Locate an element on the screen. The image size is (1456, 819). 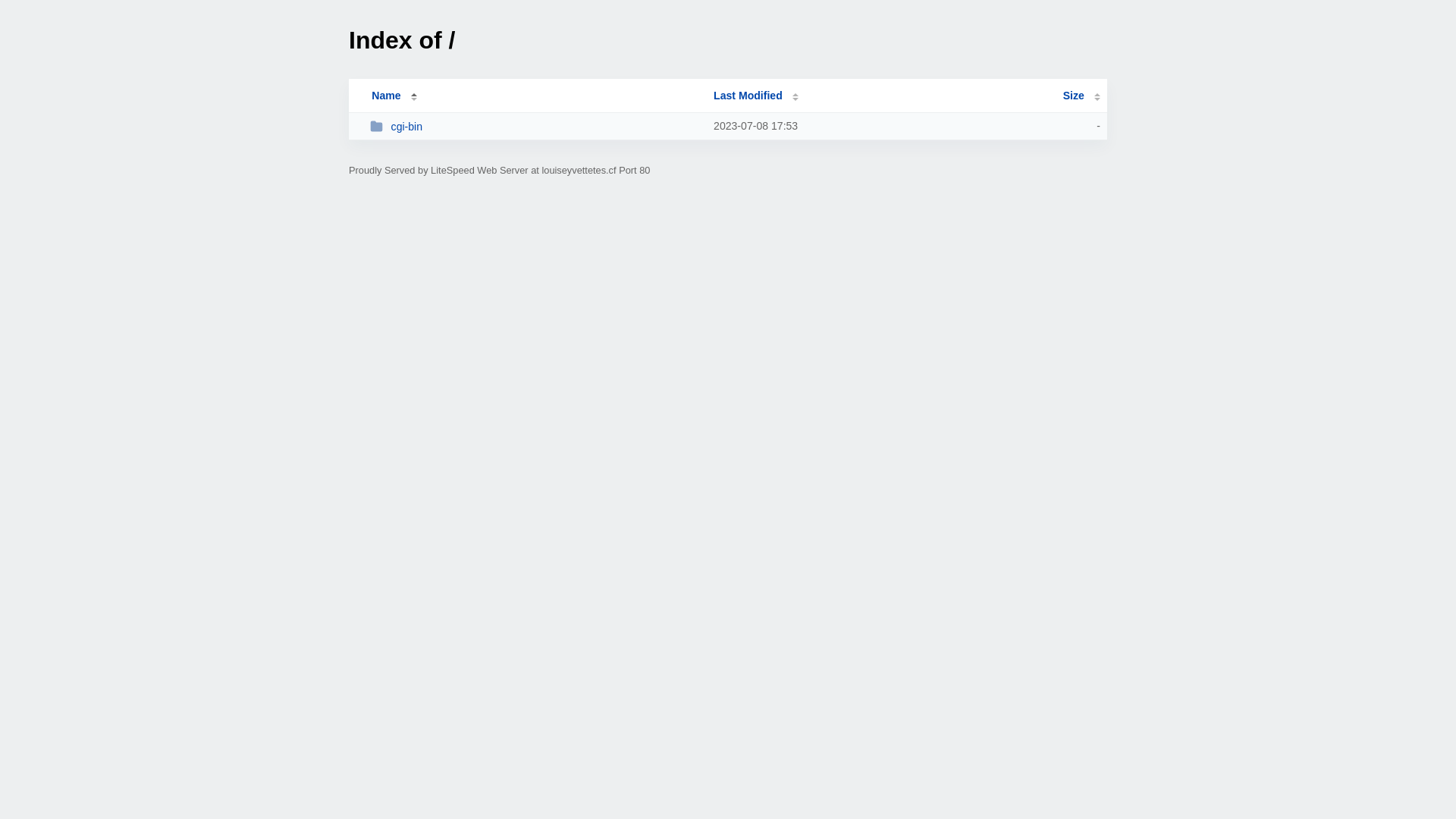
'Name' is located at coordinates (385, 96).